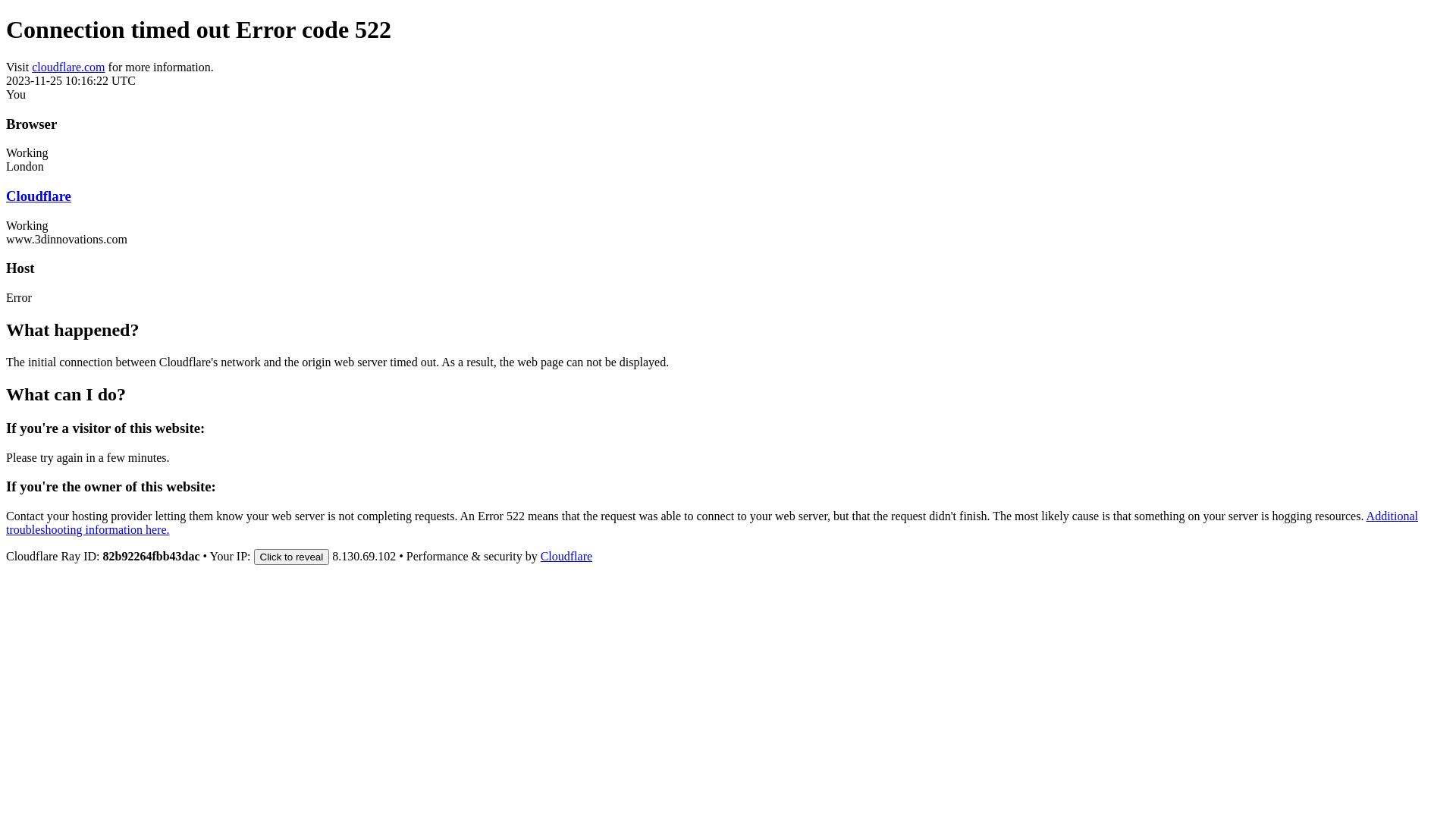 The height and width of the screenshot is (819, 1456). Describe the element at coordinates (67, 66) in the screenshot. I see `'cloudflare.com'` at that location.